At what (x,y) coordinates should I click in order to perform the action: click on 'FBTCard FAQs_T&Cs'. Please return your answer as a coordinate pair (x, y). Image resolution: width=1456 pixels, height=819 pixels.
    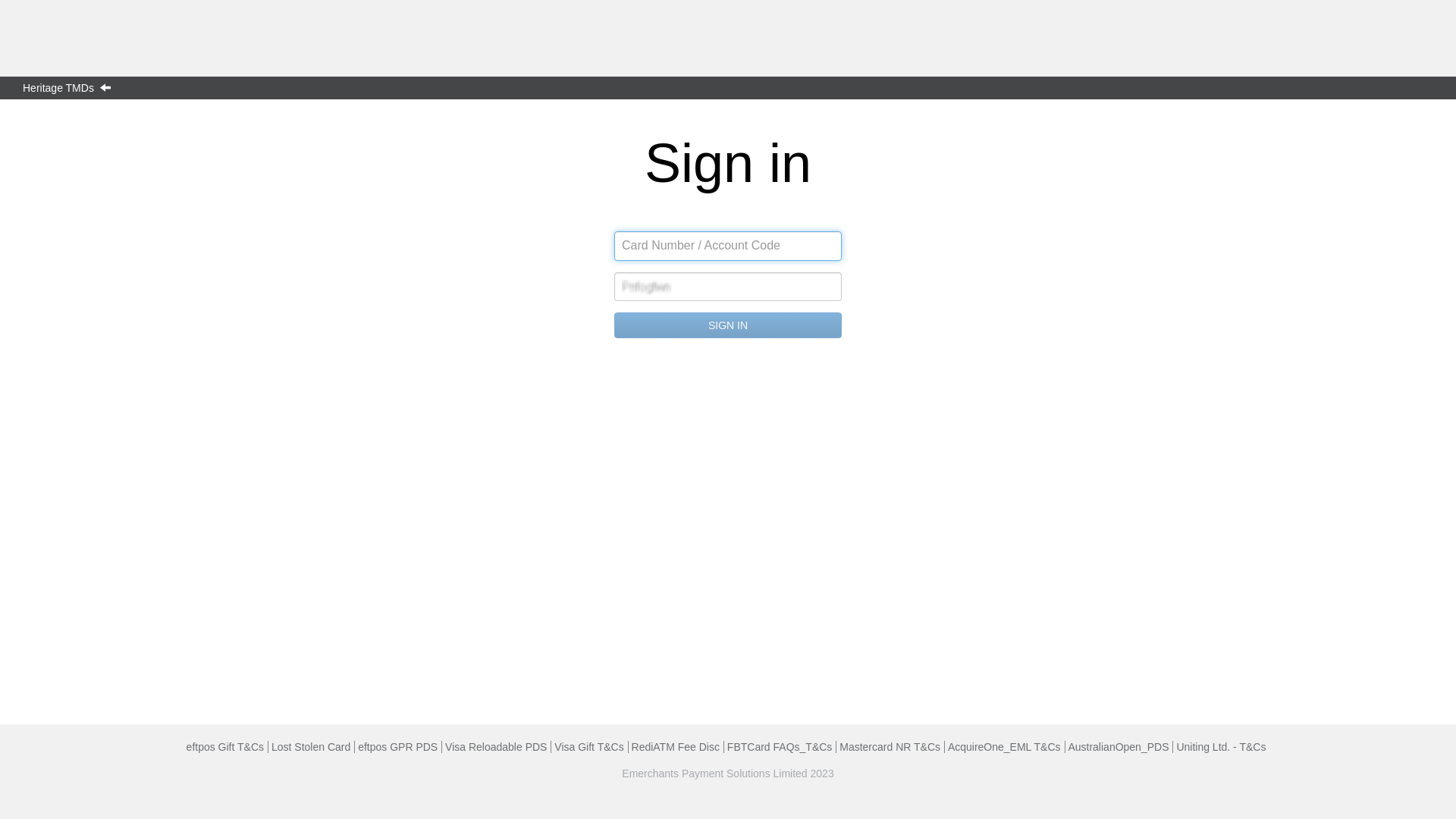
    Looking at the image, I should click on (779, 745).